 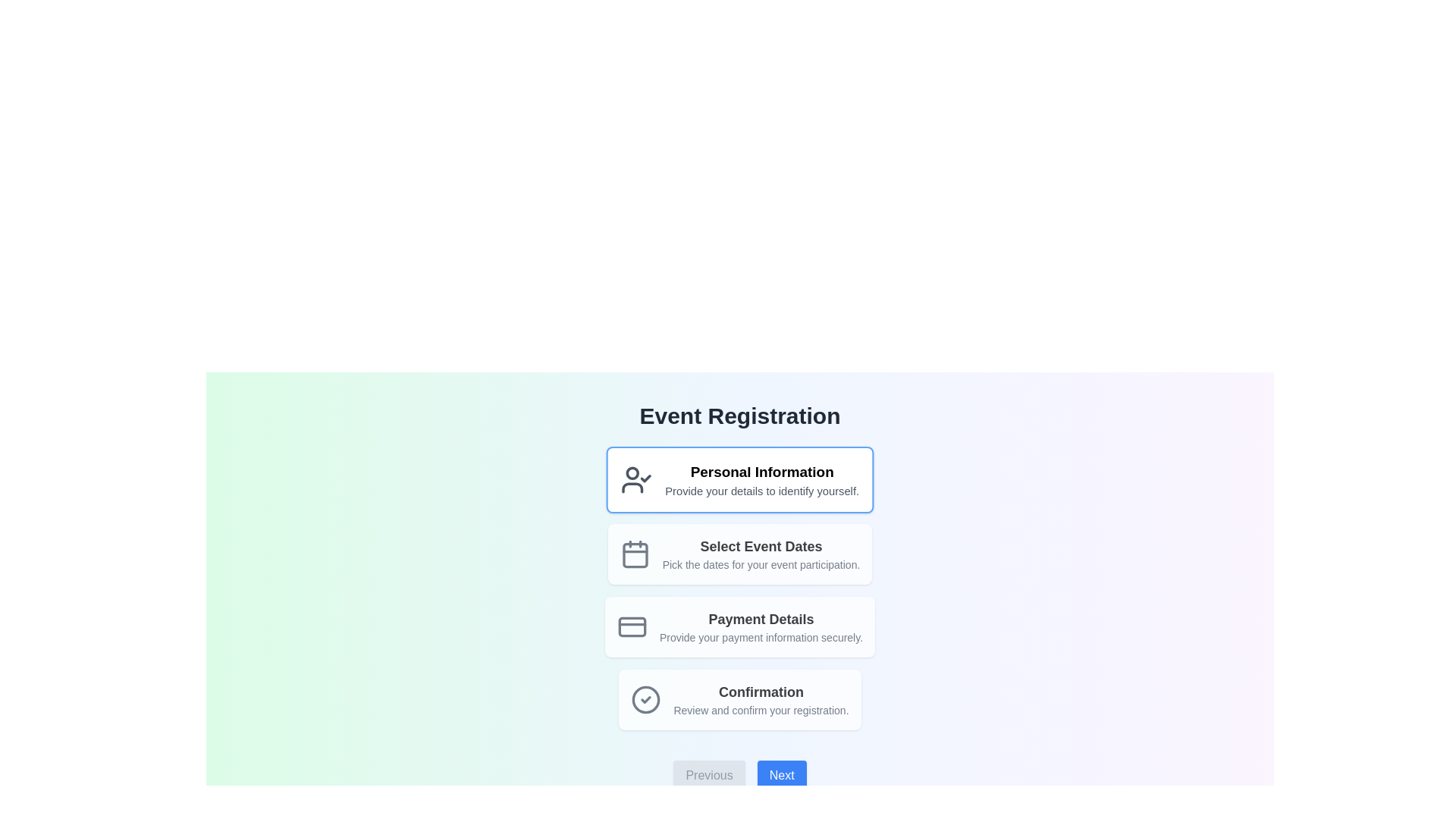 What do you see at coordinates (739, 699) in the screenshot?
I see `the informational section titled 'Confirmation' that contains a checkmark icon and bold text` at bounding box center [739, 699].